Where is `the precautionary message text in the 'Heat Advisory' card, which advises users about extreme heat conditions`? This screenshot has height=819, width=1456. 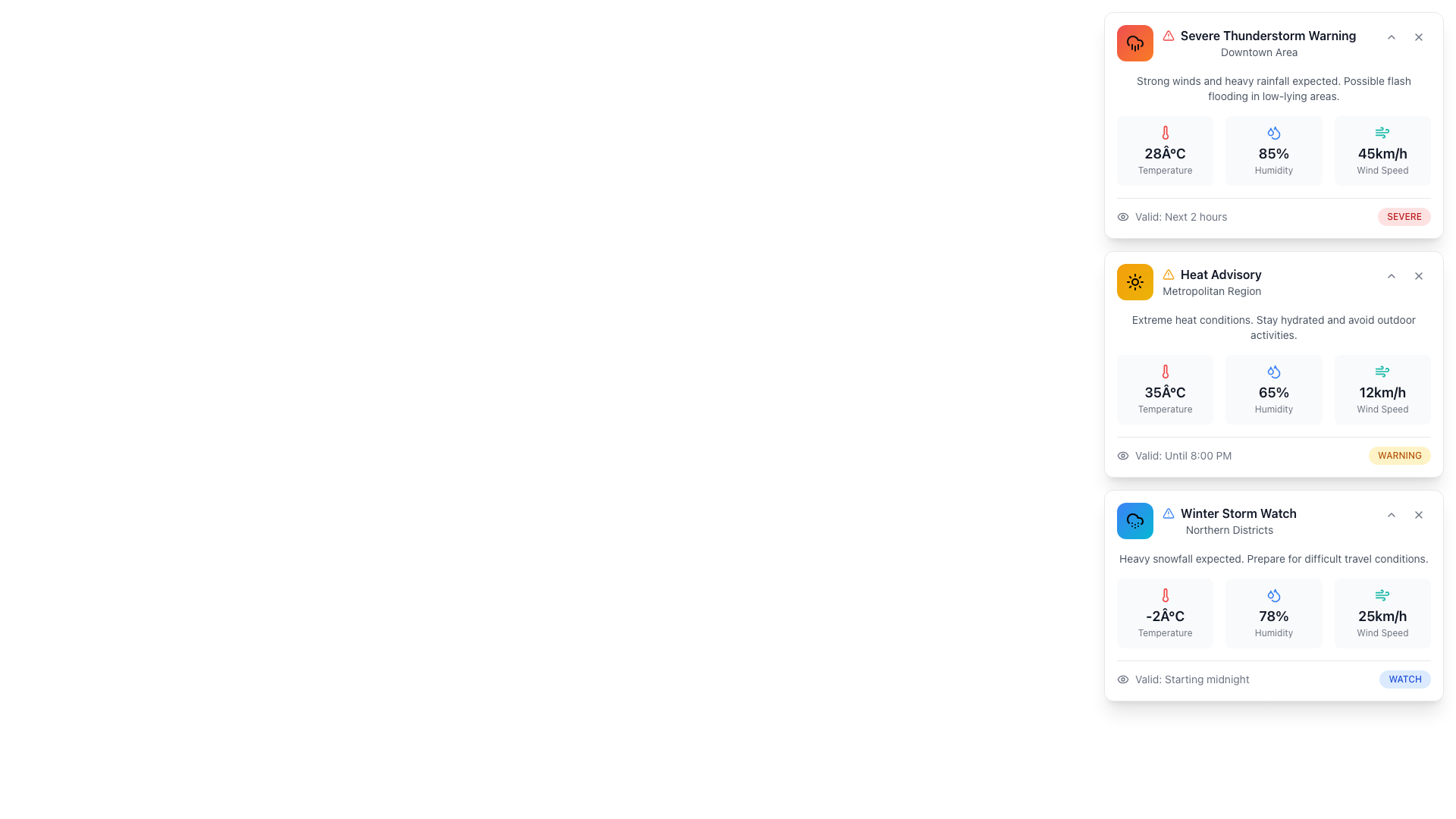 the precautionary message text in the 'Heat Advisory' card, which advises users about extreme heat conditions is located at coordinates (1274, 327).